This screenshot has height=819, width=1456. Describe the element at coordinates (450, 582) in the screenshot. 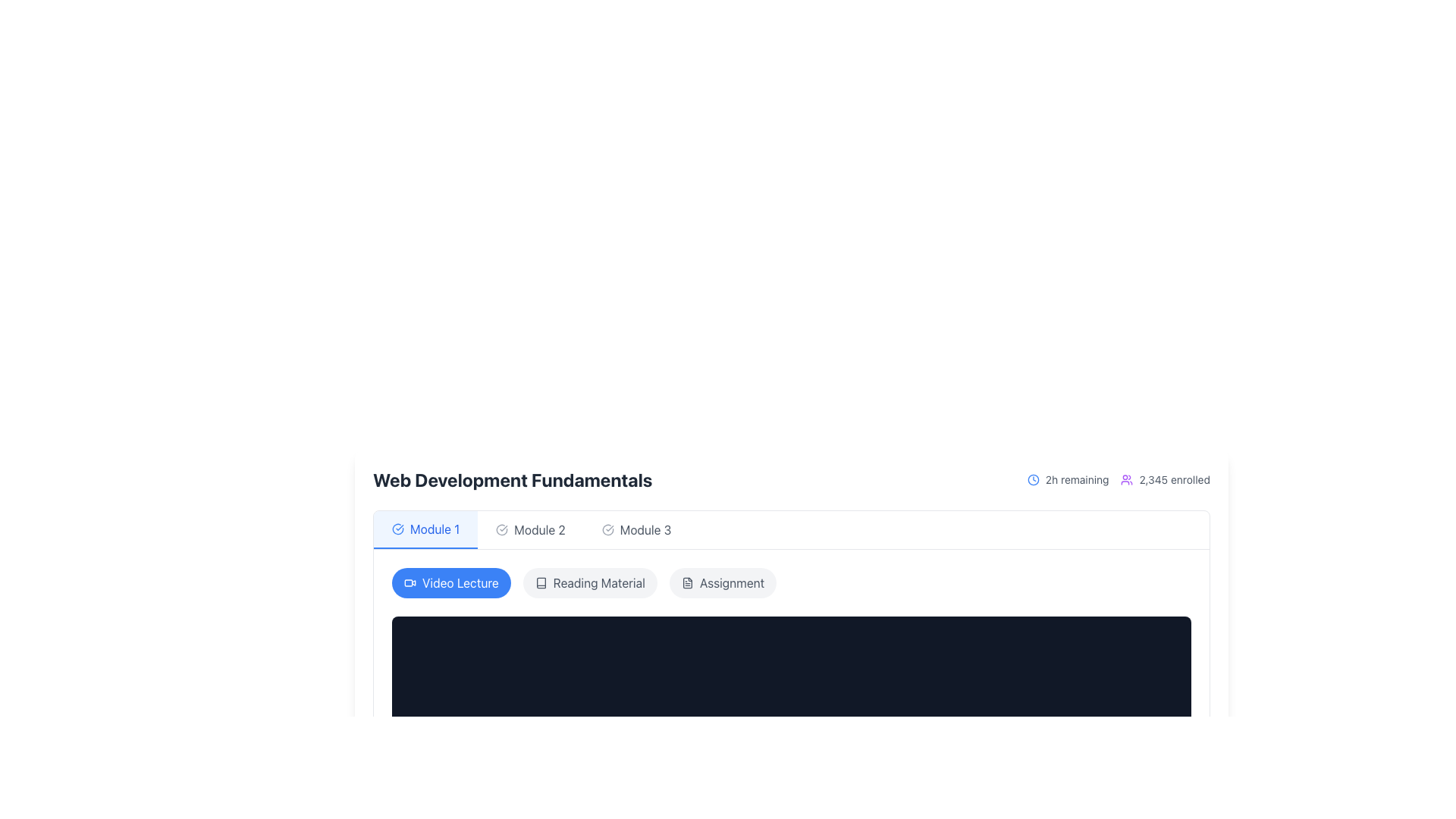

I see `the 'Video Lecture' button, which is the first button in the group of three, featuring a blue background, white text, and a video camera icon` at that location.